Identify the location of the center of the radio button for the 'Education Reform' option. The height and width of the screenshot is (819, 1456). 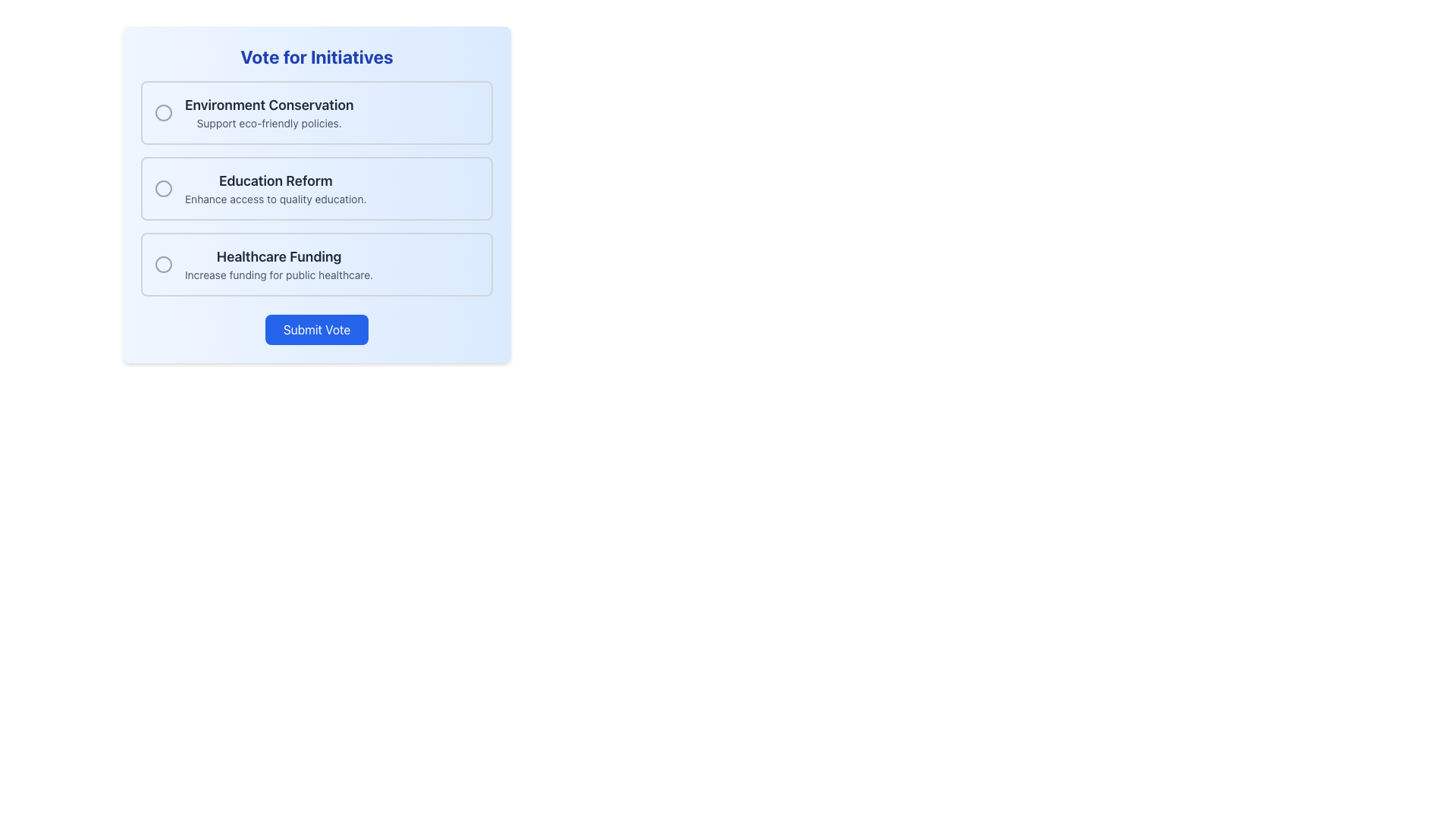
(164, 188).